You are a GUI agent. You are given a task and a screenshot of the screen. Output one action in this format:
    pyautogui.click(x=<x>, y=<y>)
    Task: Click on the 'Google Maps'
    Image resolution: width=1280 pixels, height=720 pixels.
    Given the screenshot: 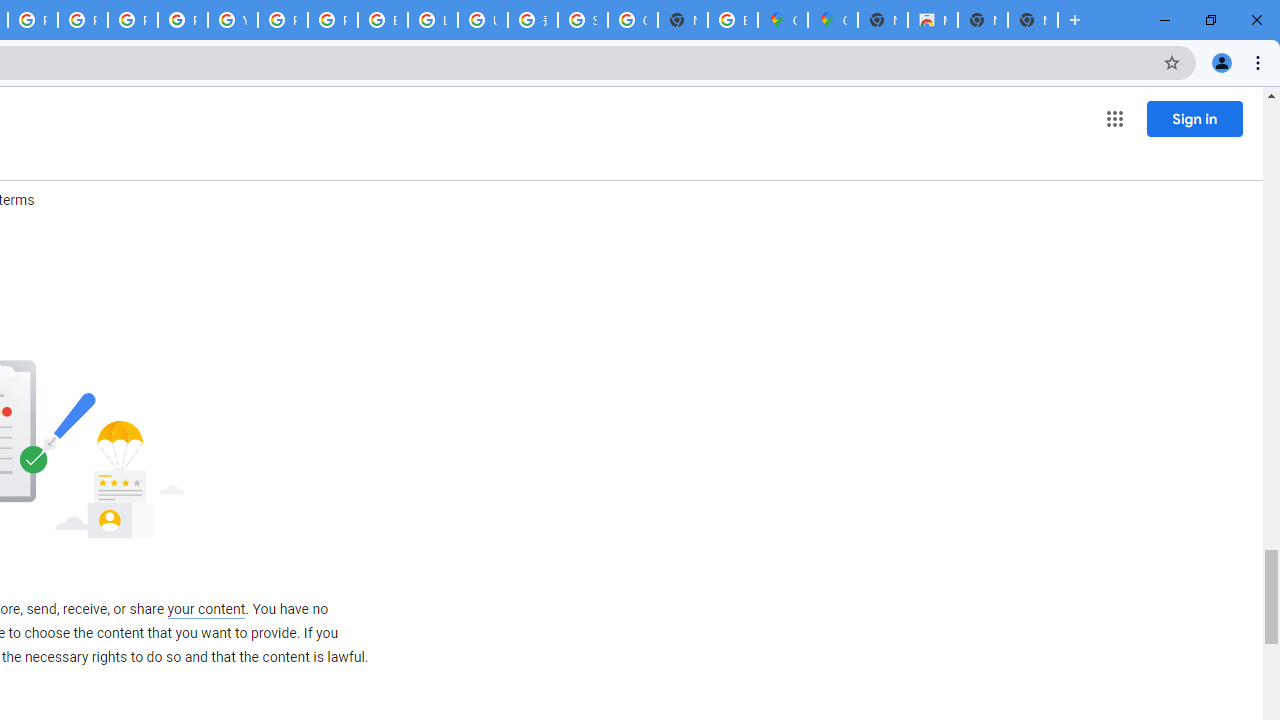 What is the action you would take?
    pyautogui.click(x=832, y=20)
    